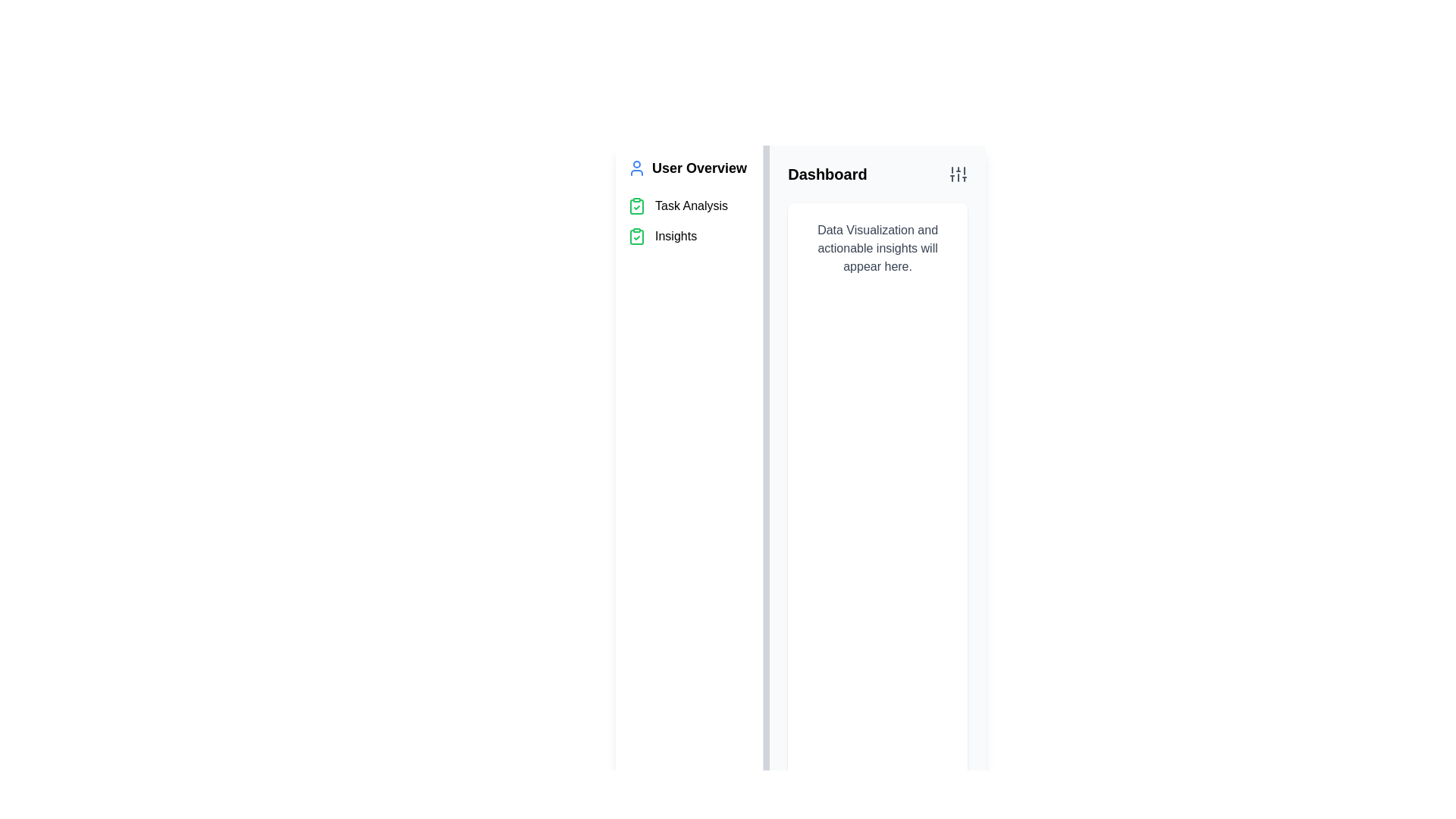 The height and width of the screenshot is (819, 1456). What do you see at coordinates (637, 237) in the screenshot?
I see `the 'Insights' icon located at the beginning of the 'Insights' row in the left vertical navigation panel, positioned below the 'Task Analysis' entry` at bounding box center [637, 237].